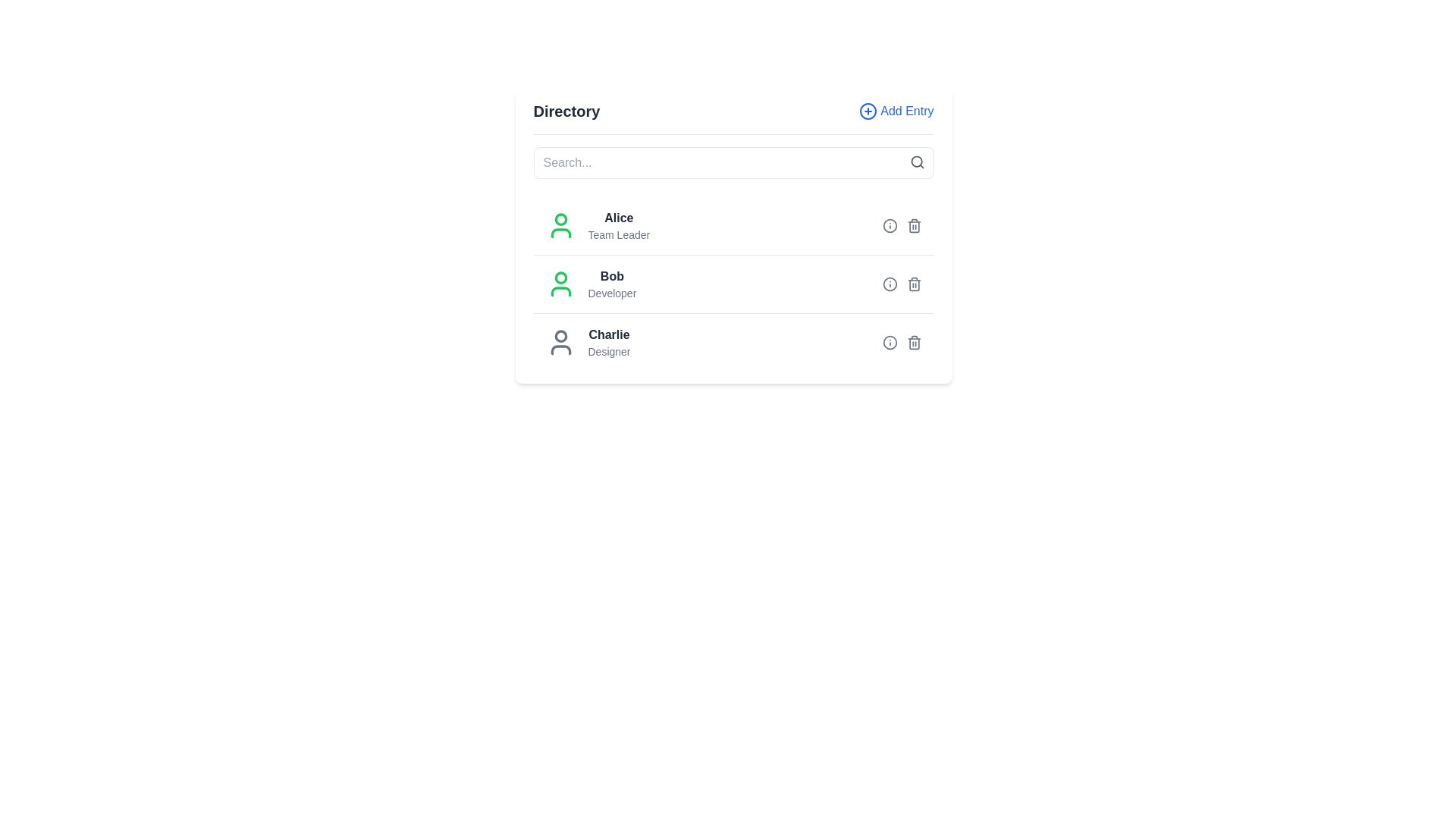 This screenshot has height=819, width=1456. I want to click on the Text label displaying the user's name 'Bob' in the directory entry, located above the role 'Developer', so click(612, 277).